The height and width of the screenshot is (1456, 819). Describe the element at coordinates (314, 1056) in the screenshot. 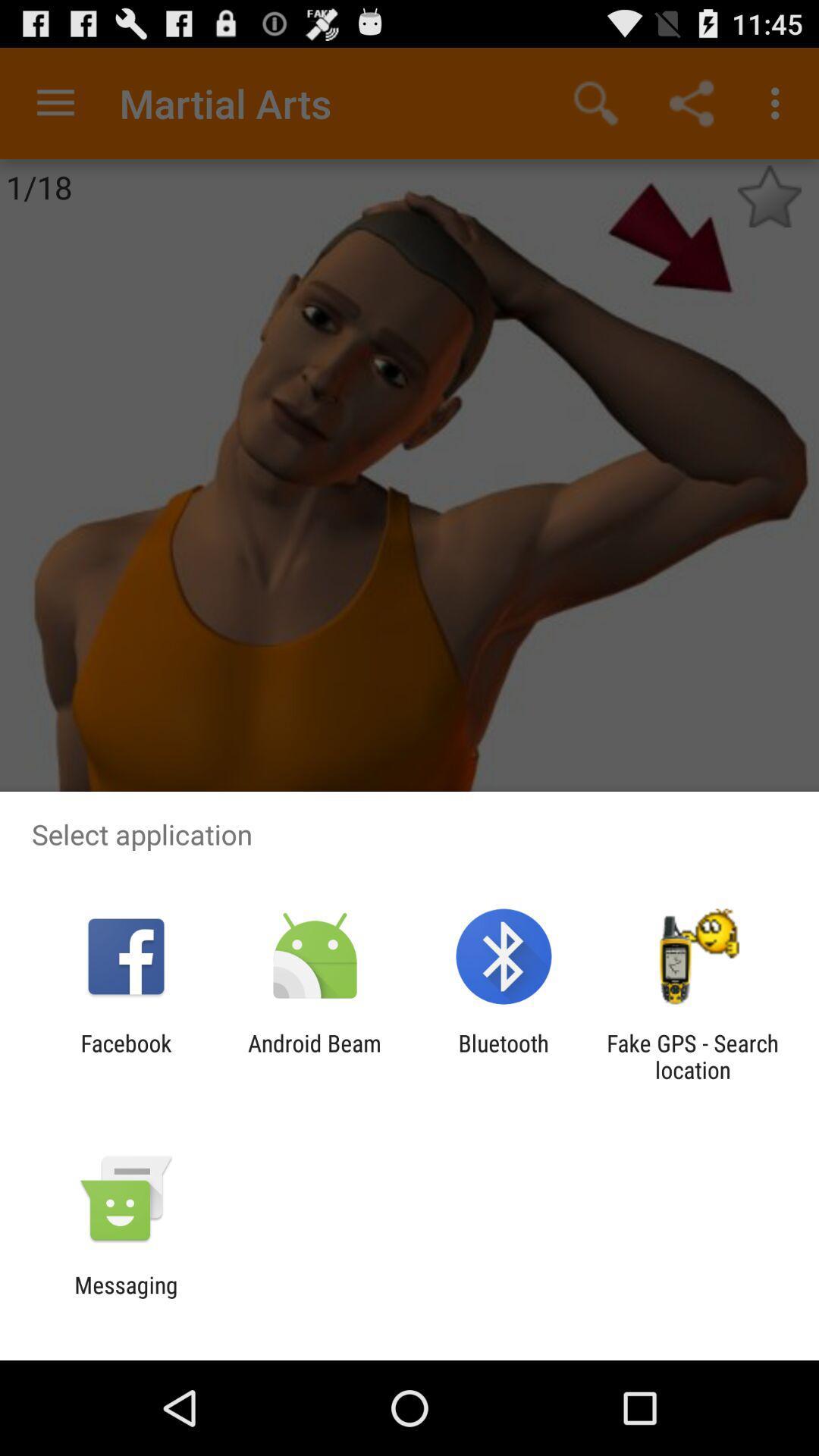

I see `item to the left of bluetooth app` at that location.